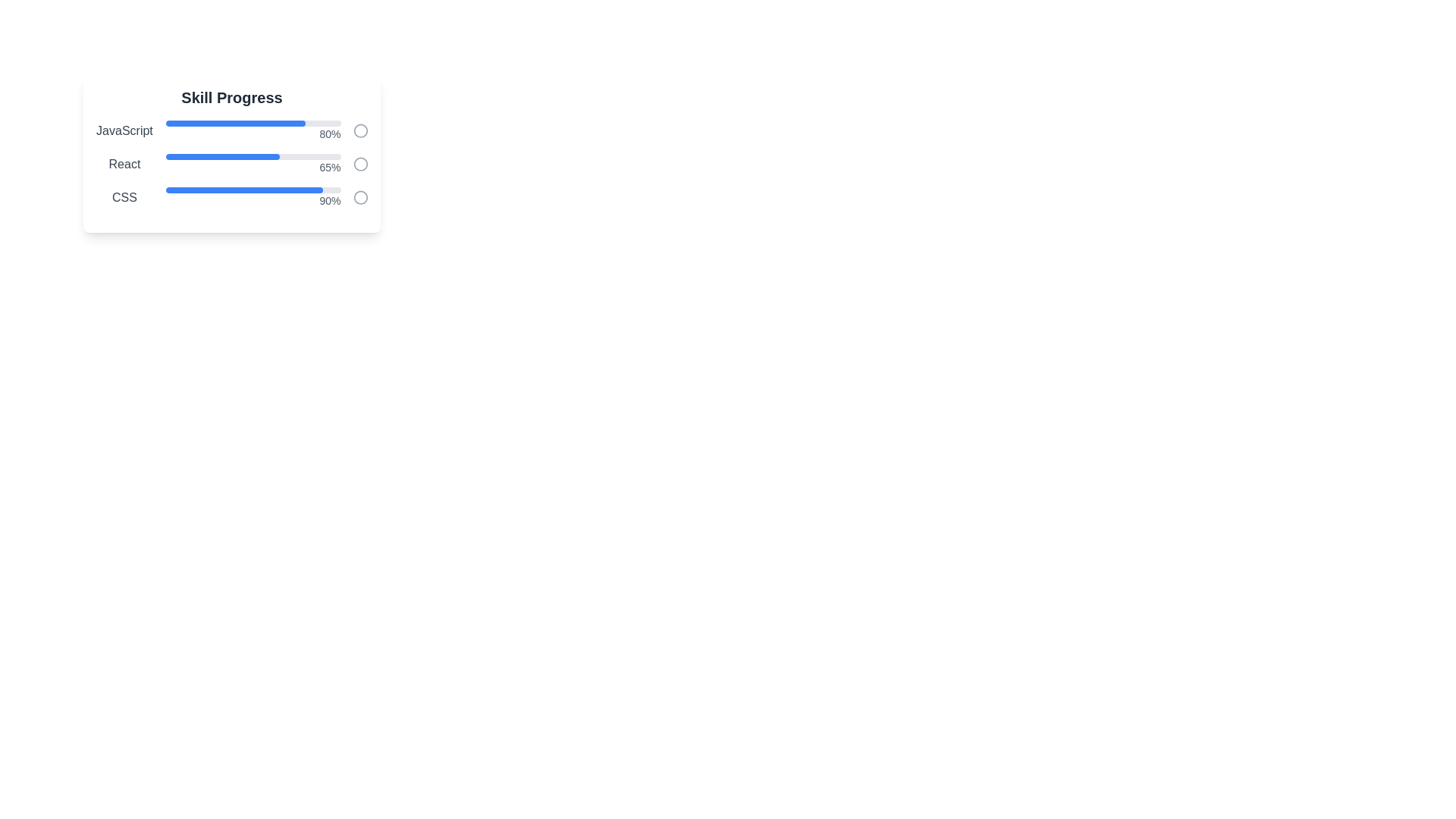  Describe the element at coordinates (359, 164) in the screenshot. I see `the second Circle SVG graphic indicator associated with the skill 'React'` at that location.